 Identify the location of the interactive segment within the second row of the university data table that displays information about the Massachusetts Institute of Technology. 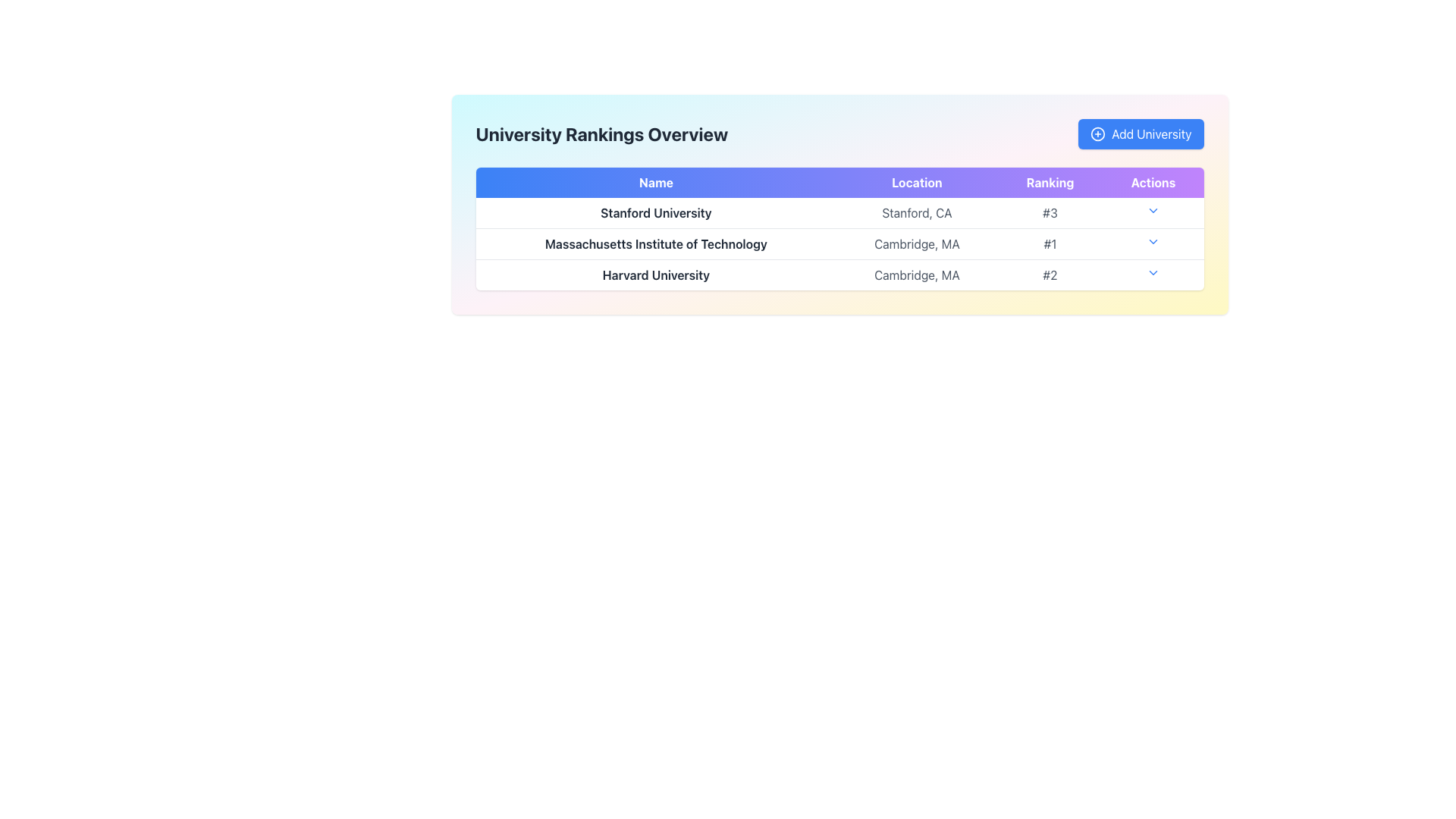
(839, 243).